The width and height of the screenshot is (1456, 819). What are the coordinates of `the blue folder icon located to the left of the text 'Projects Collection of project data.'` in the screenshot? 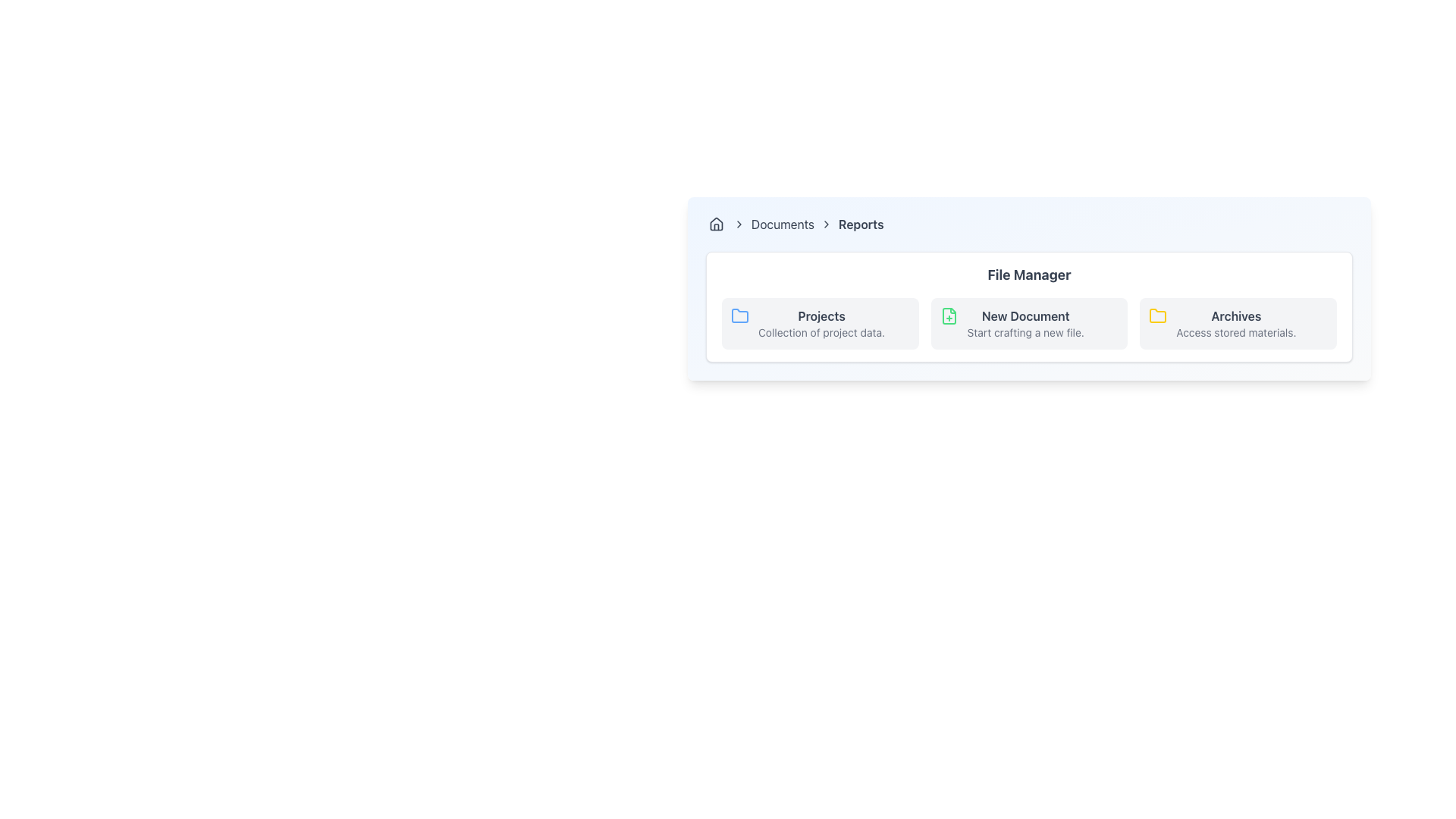 It's located at (739, 315).